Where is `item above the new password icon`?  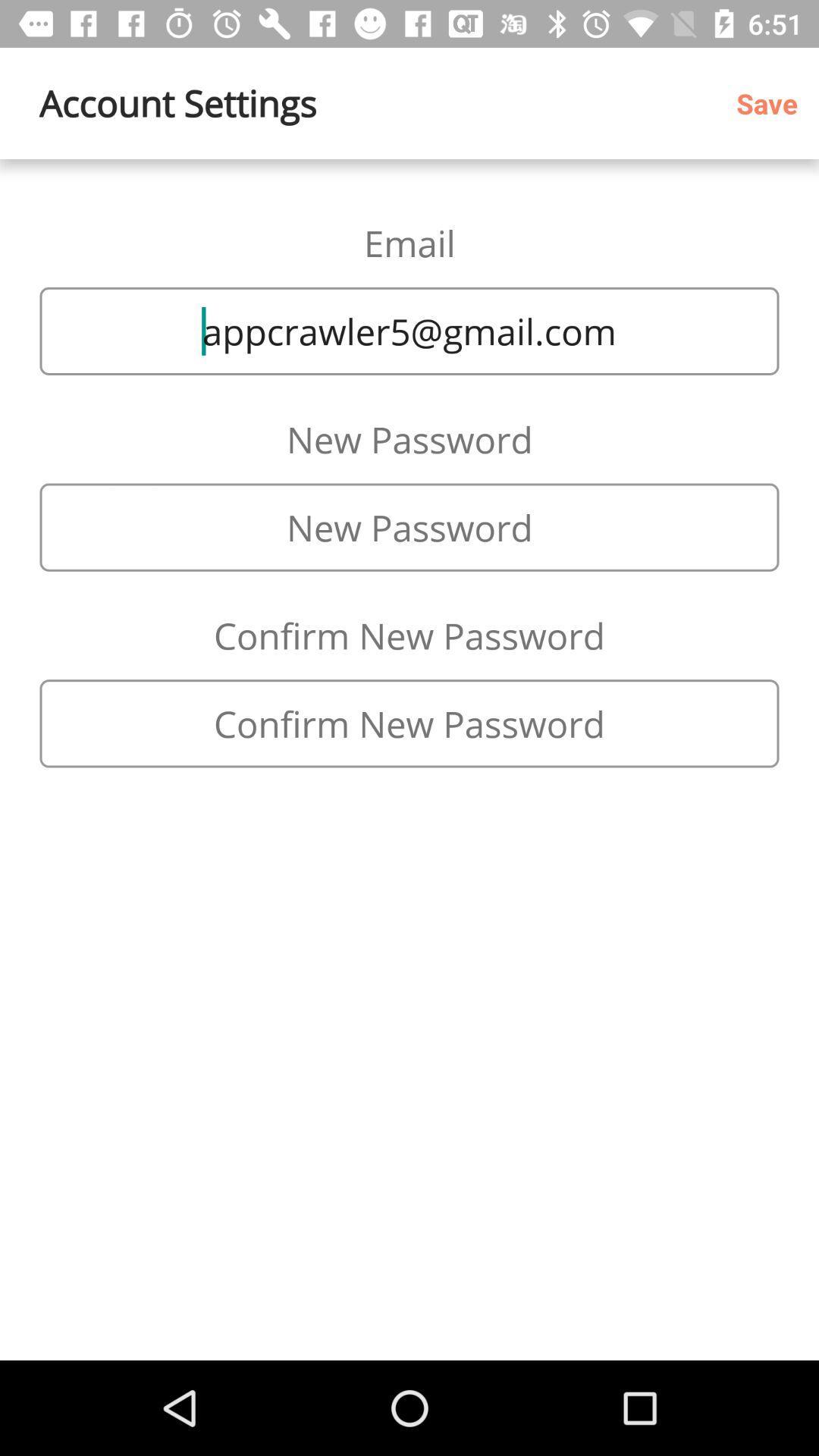 item above the new password icon is located at coordinates (409, 330).